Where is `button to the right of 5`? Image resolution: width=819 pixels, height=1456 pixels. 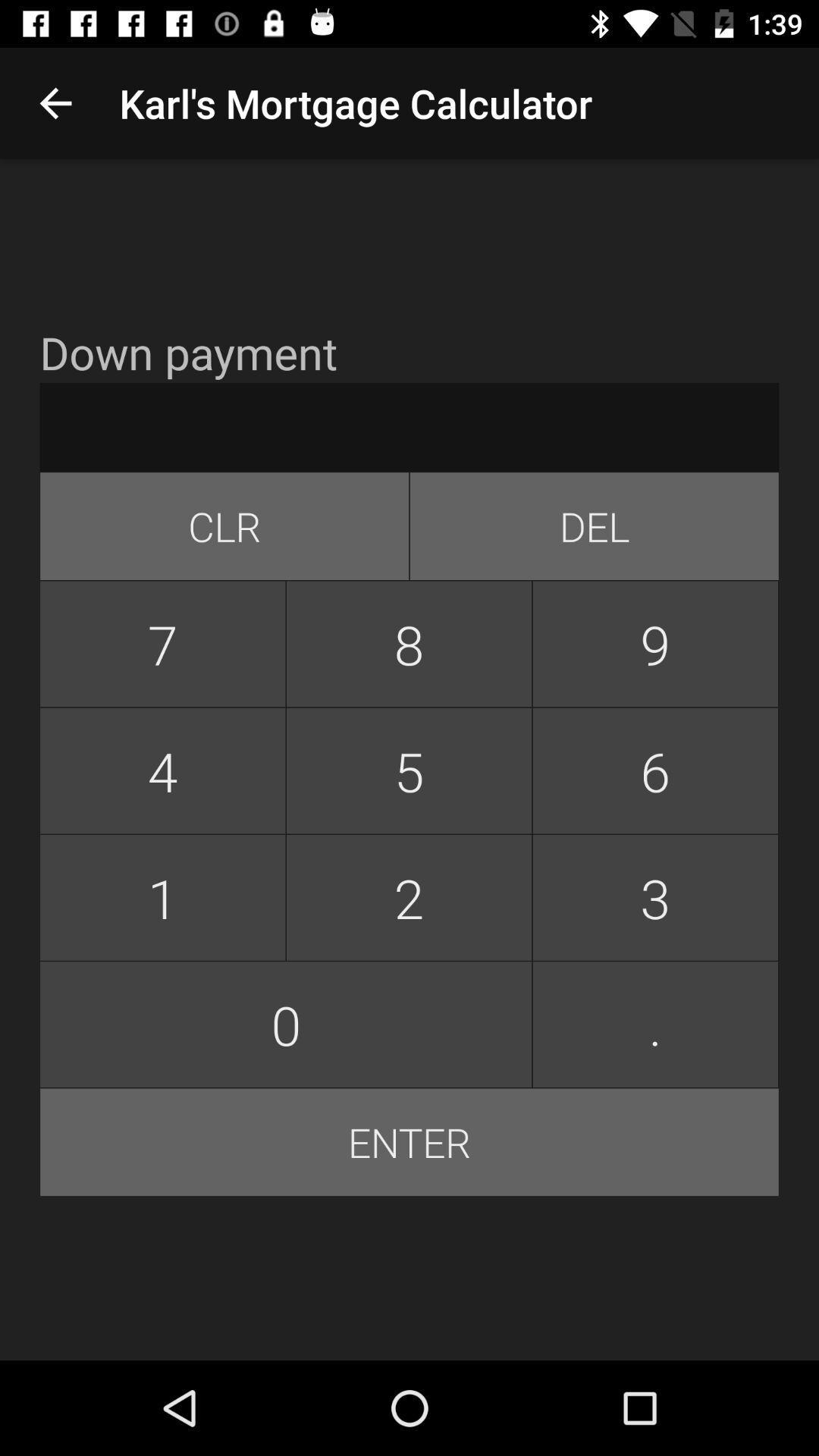 button to the right of 5 is located at coordinates (654, 897).